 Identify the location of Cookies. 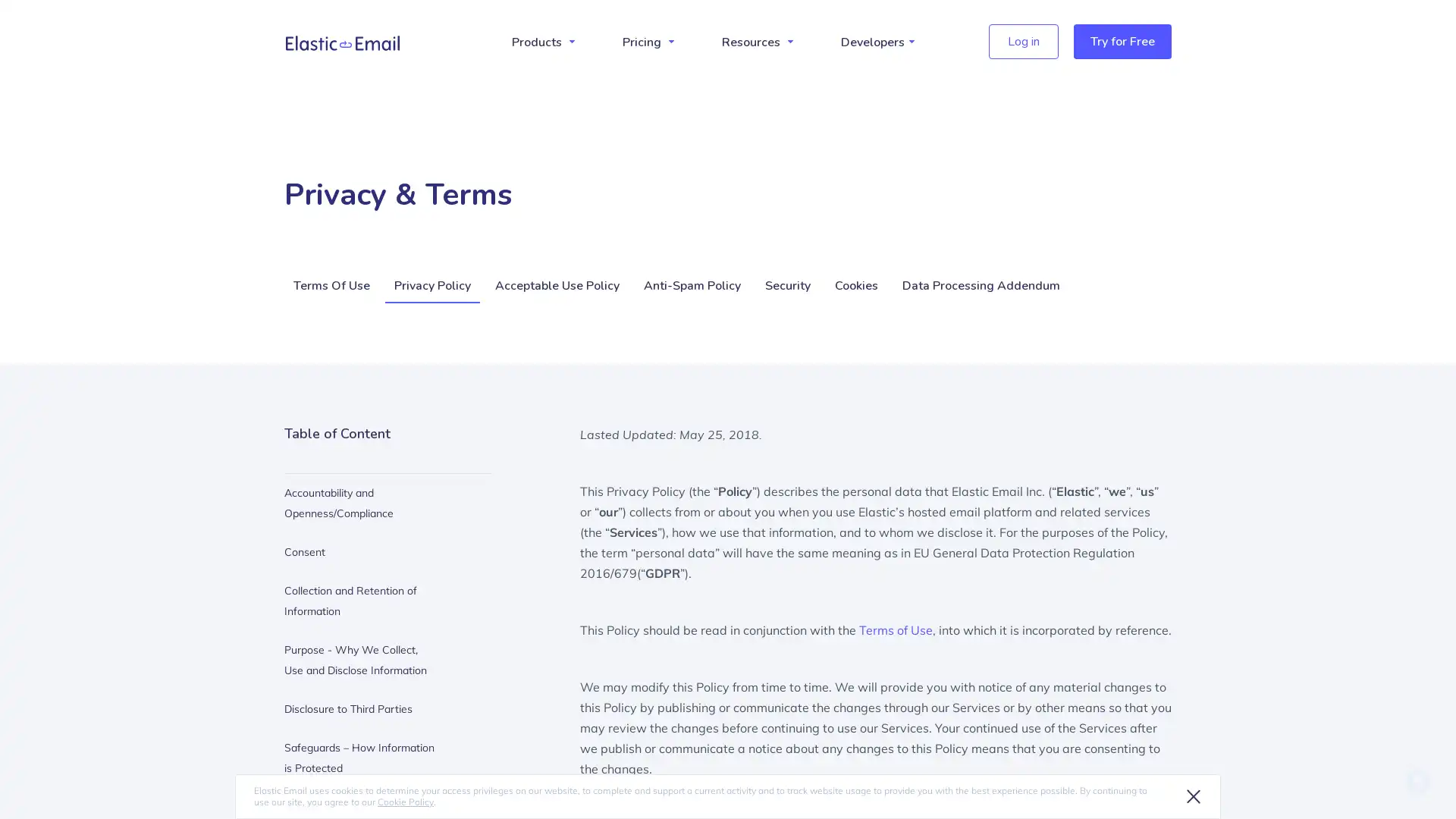
(856, 287).